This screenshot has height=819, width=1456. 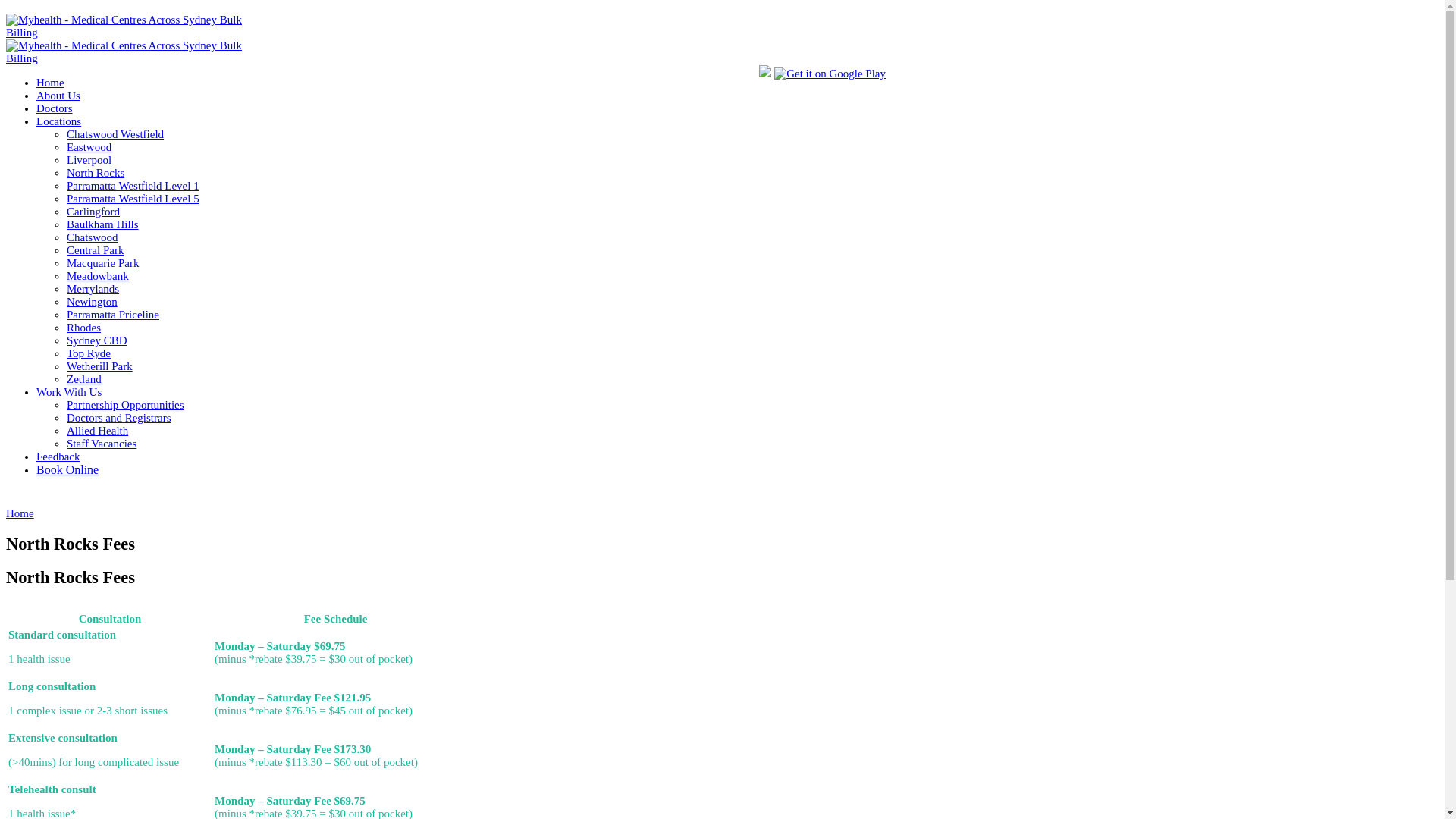 What do you see at coordinates (96, 430) in the screenshot?
I see `'Allied Health'` at bounding box center [96, 430].